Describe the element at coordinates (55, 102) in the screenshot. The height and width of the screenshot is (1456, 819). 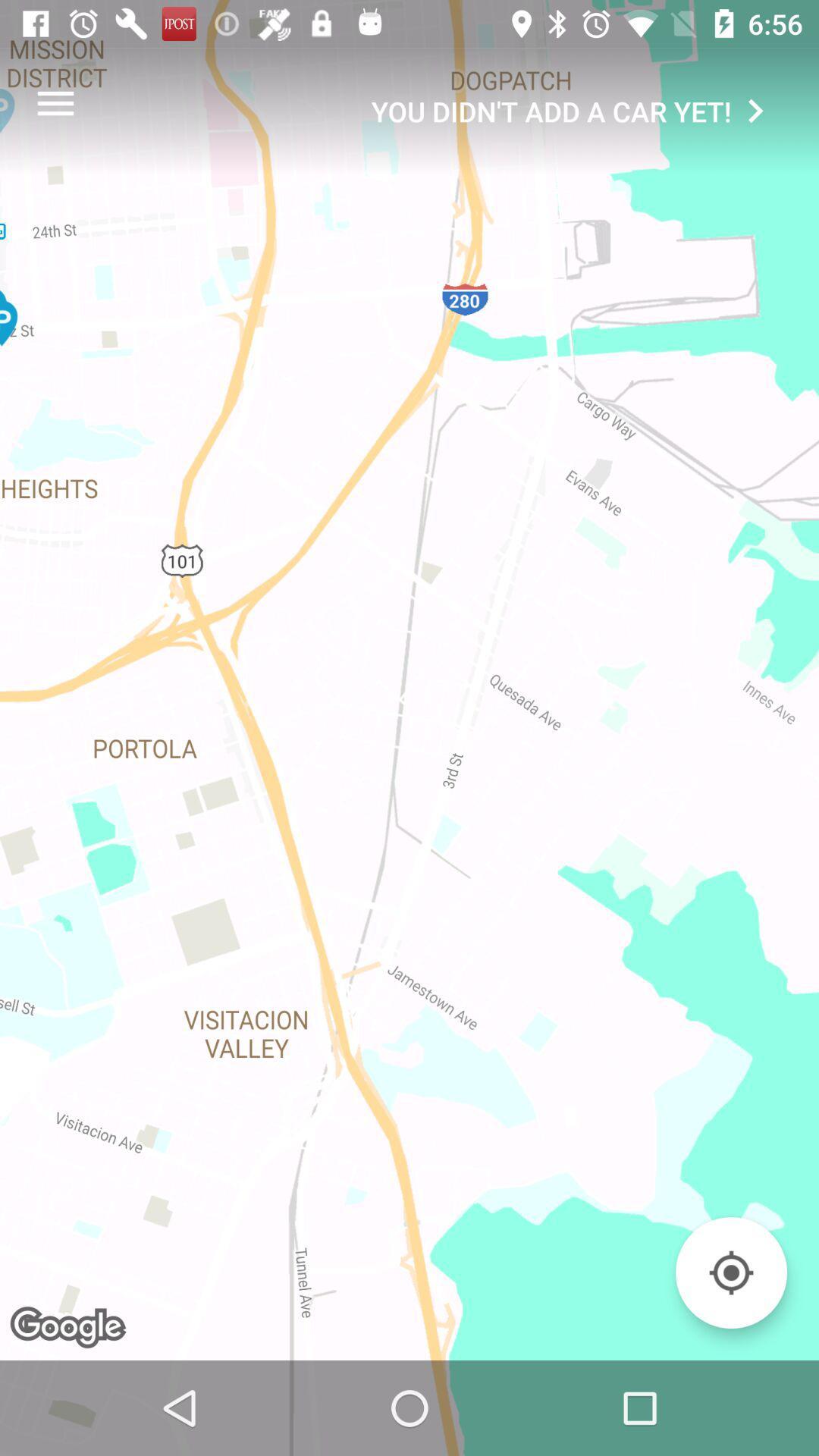
I see `the icon next to you didn t item` at that location.